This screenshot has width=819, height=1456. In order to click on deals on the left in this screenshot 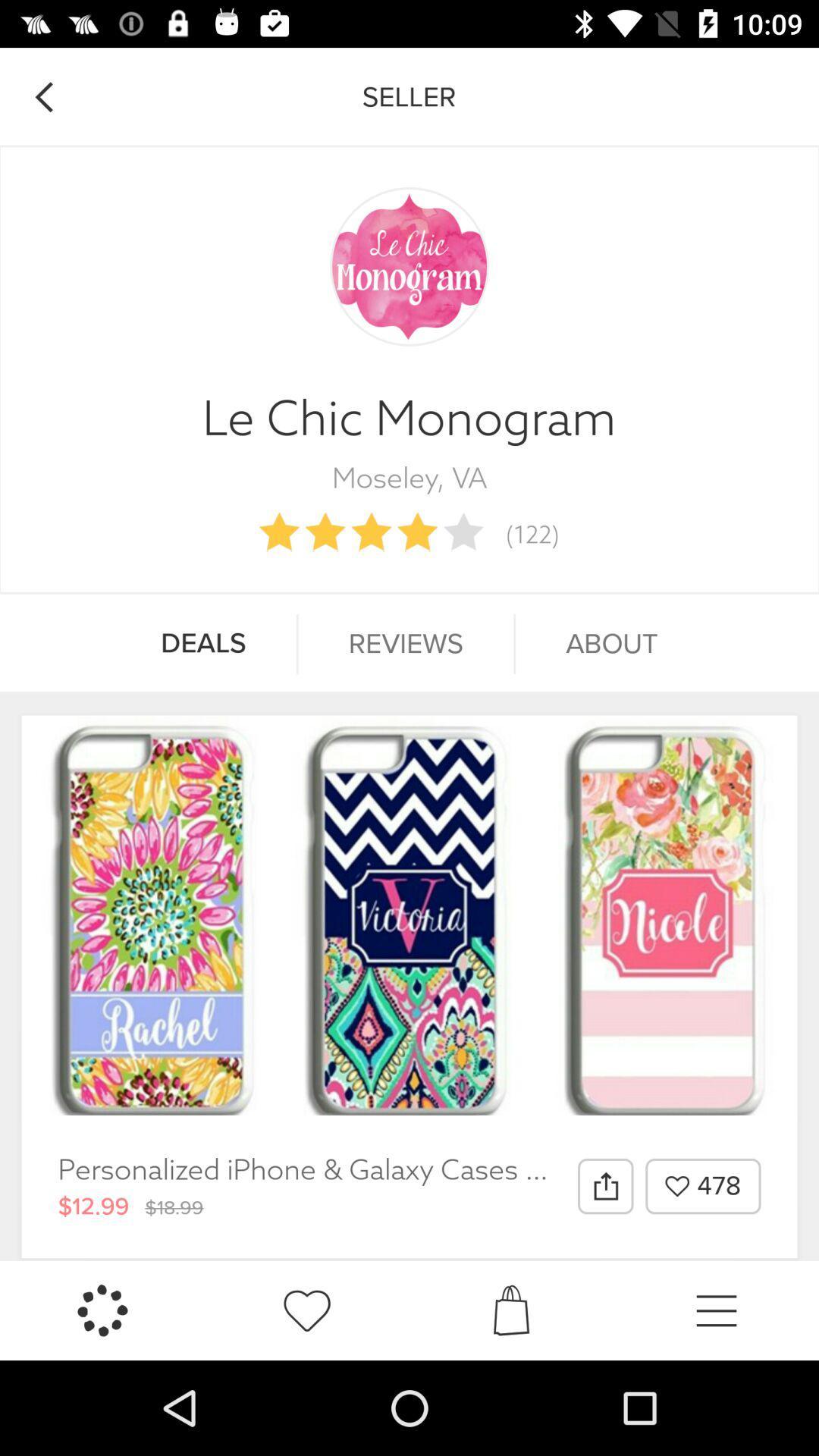, I will do `click(202, 644)`.